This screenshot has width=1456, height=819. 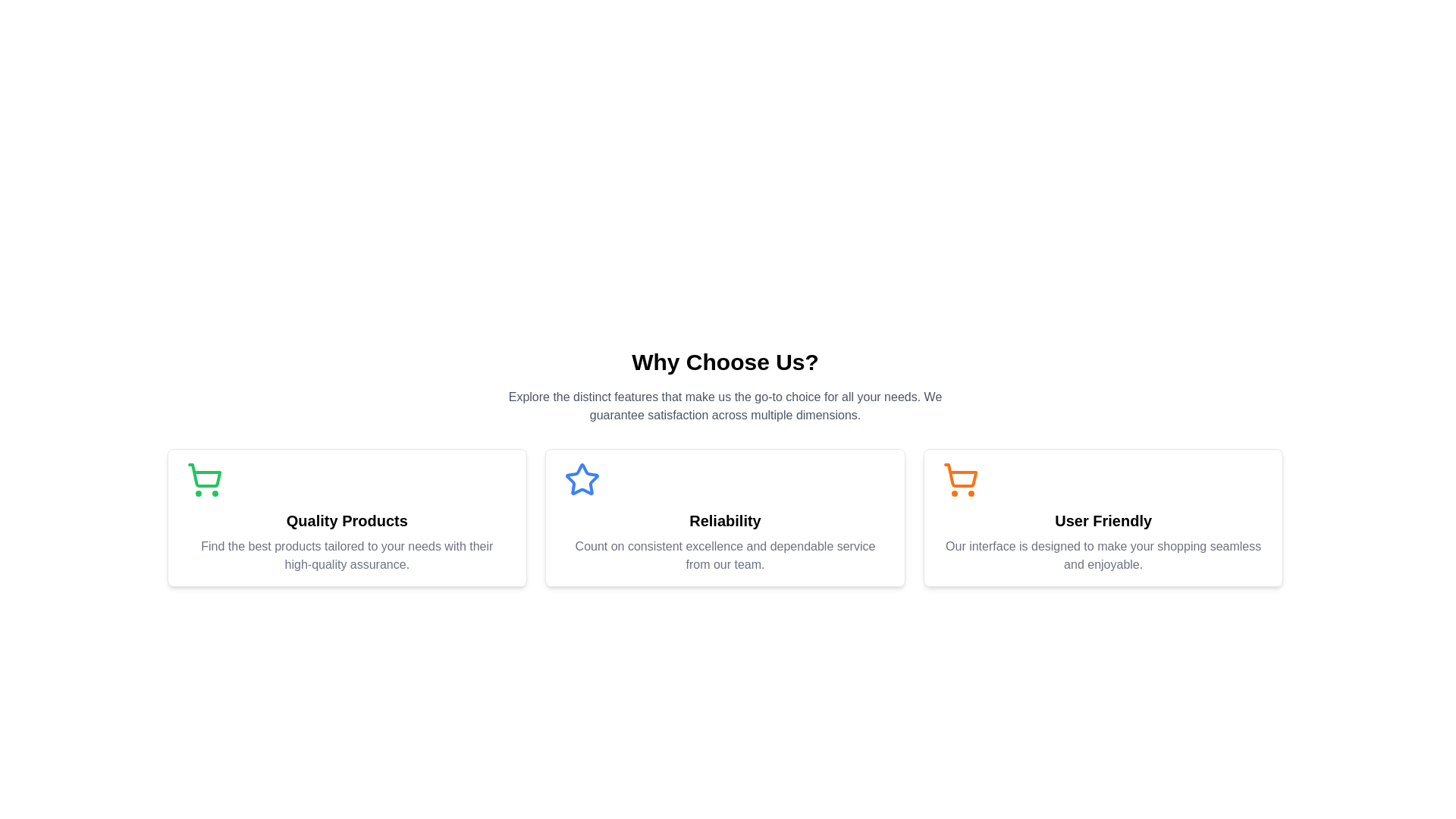 I want to click on the orange shopping cart icon located in the 'User Friendly' section, which is the semi-rectangular base of the shopping cart icon in the third card from the left on the bottom row, so click(x=960, y=475).